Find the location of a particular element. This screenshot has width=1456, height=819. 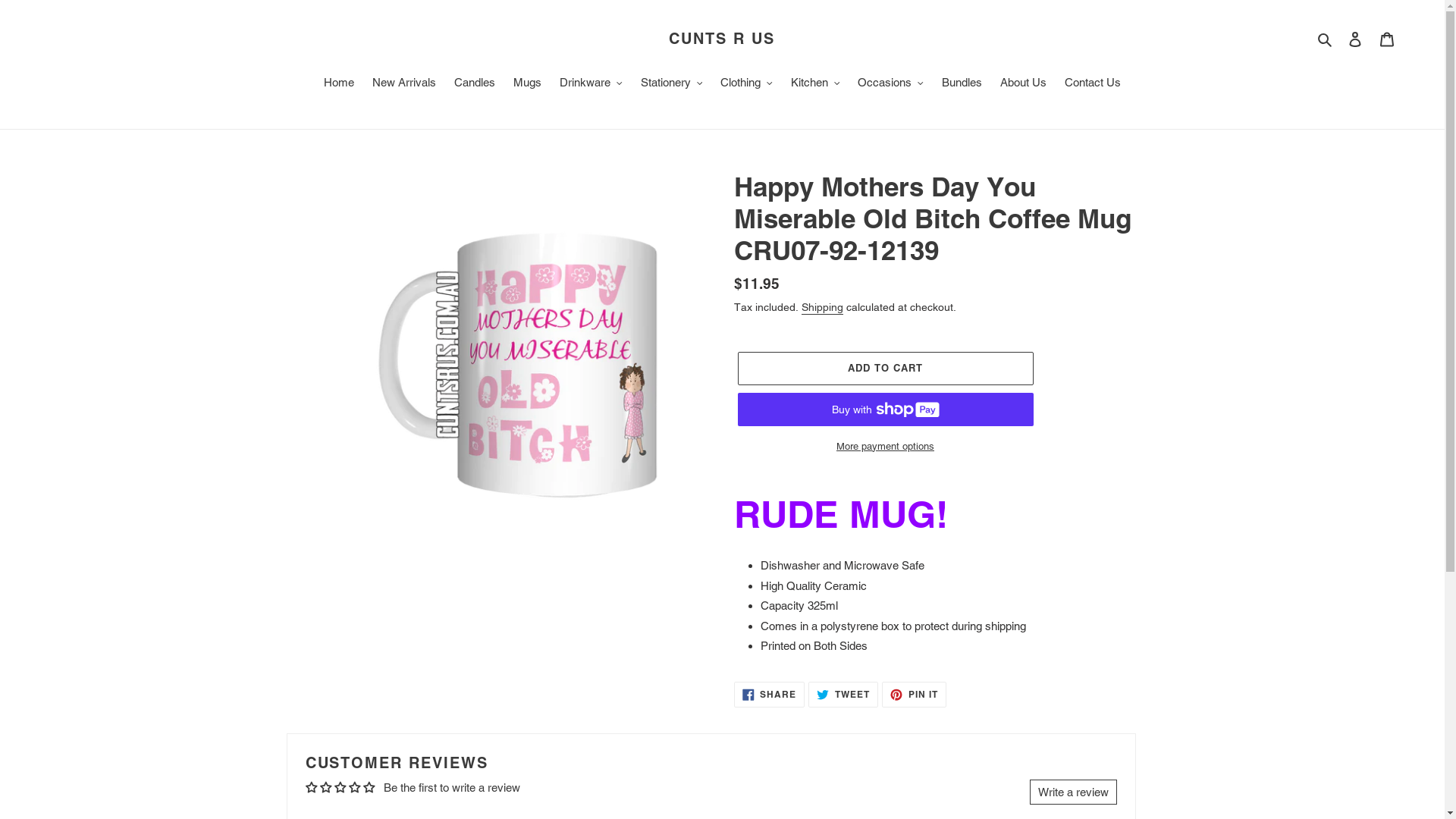

'Kitchen' is located at coordinates (814, 84).